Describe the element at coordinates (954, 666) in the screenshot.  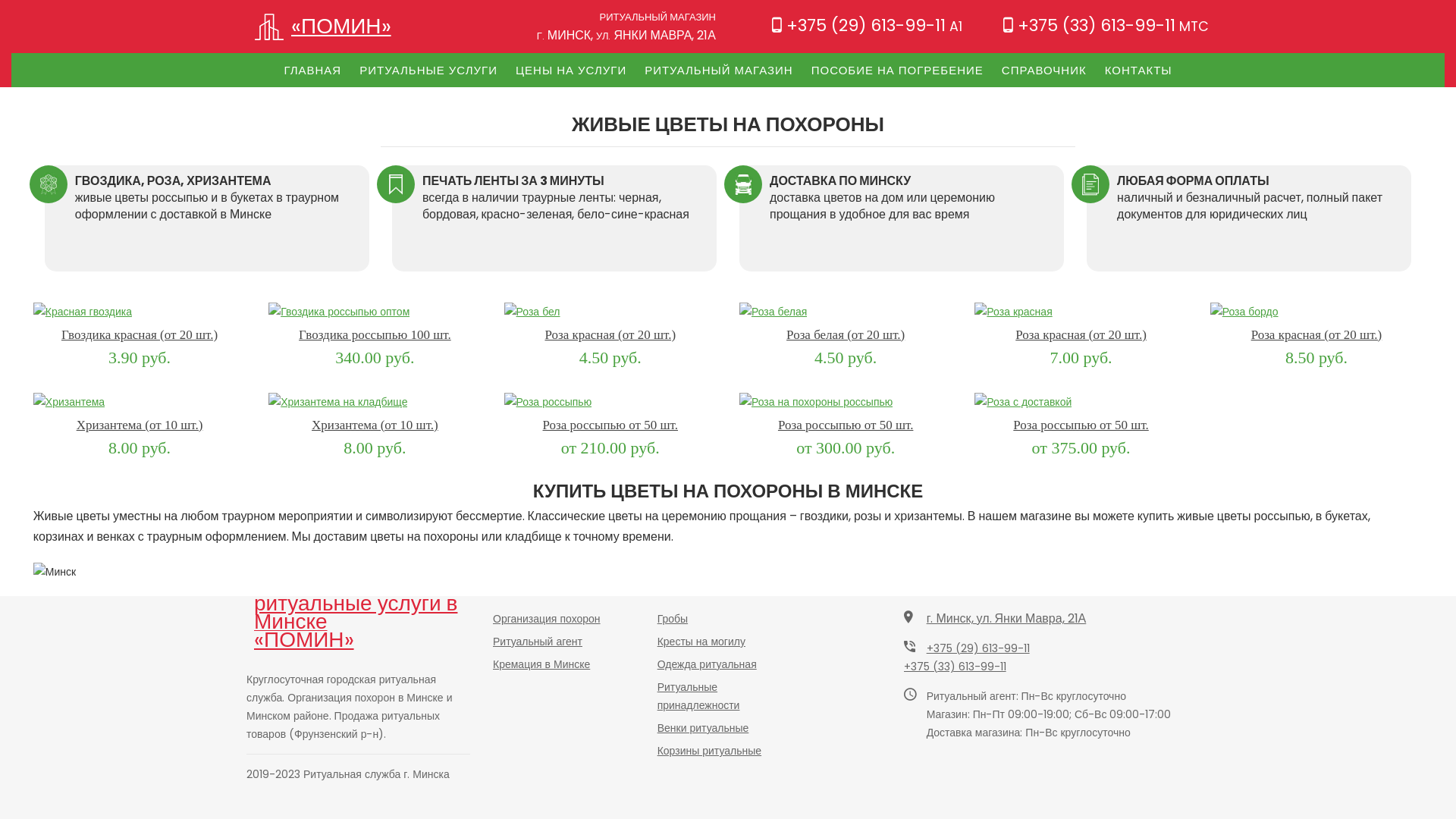
I see `'+375 (33) 613-99-11'` at that location.